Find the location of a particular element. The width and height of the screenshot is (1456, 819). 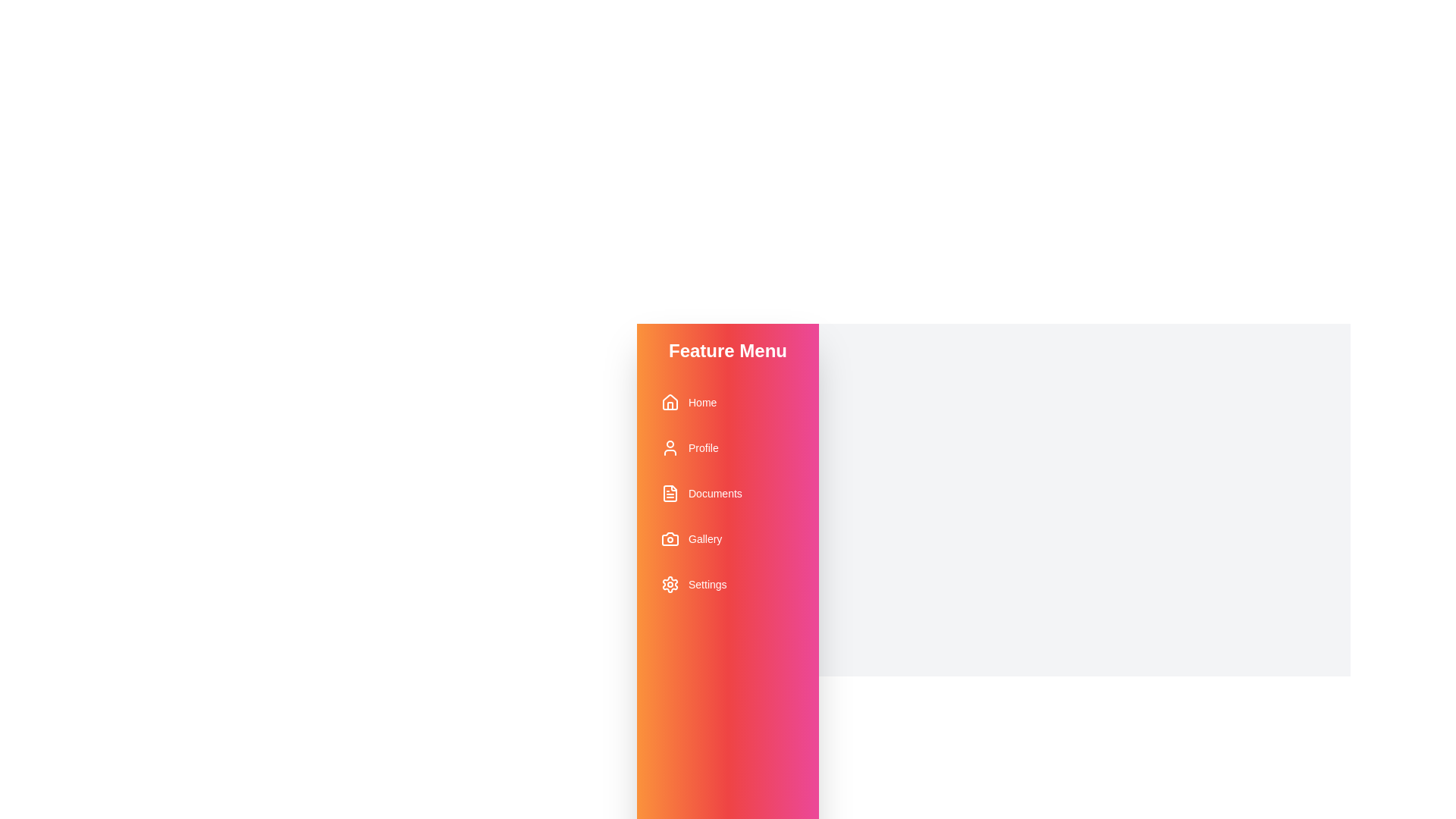

the menu item Settings to navigate is located at coordinates (728, 584).